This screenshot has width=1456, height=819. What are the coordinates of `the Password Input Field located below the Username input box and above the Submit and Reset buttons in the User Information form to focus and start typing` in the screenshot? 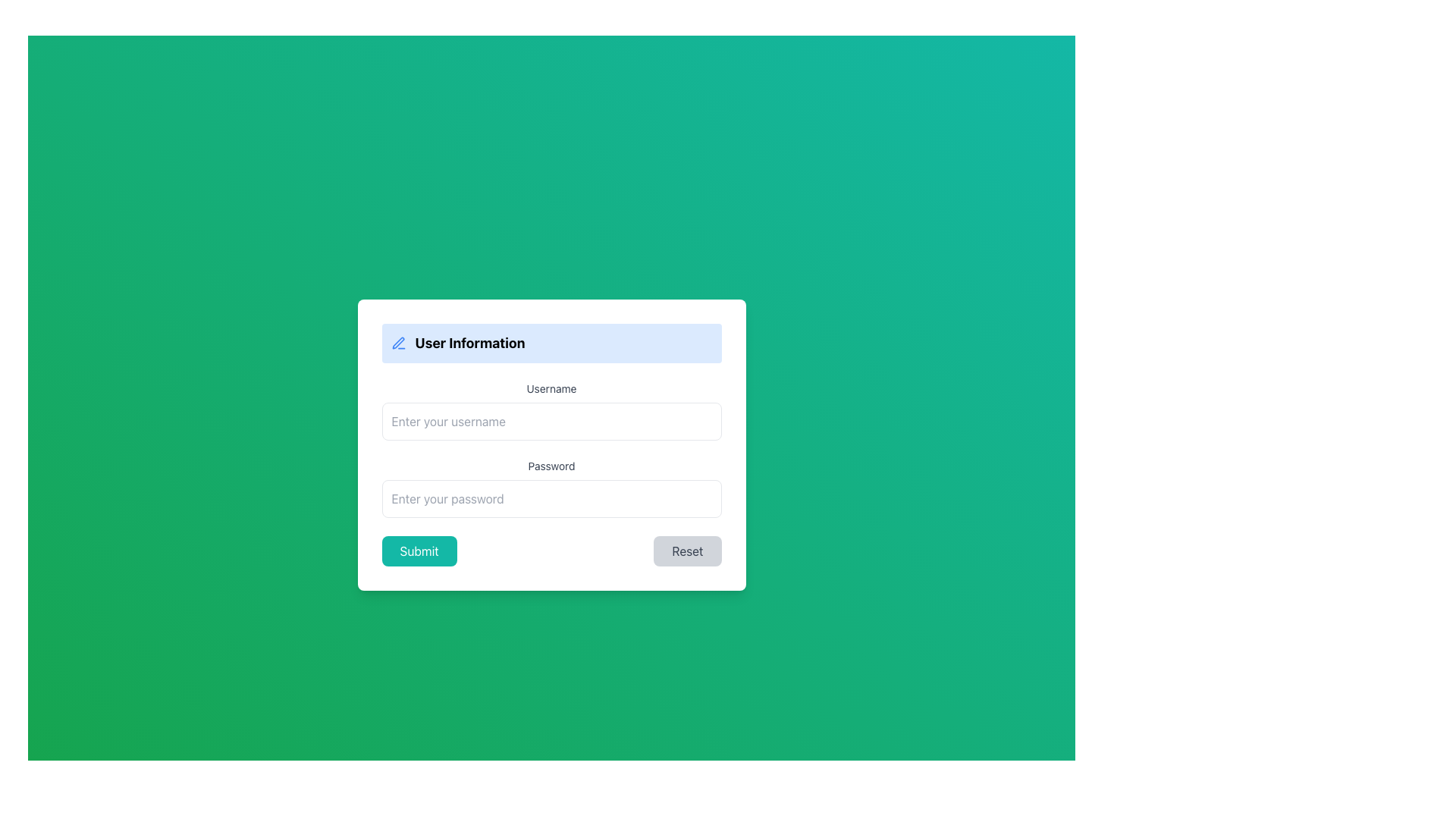 It's located at (551, 488).